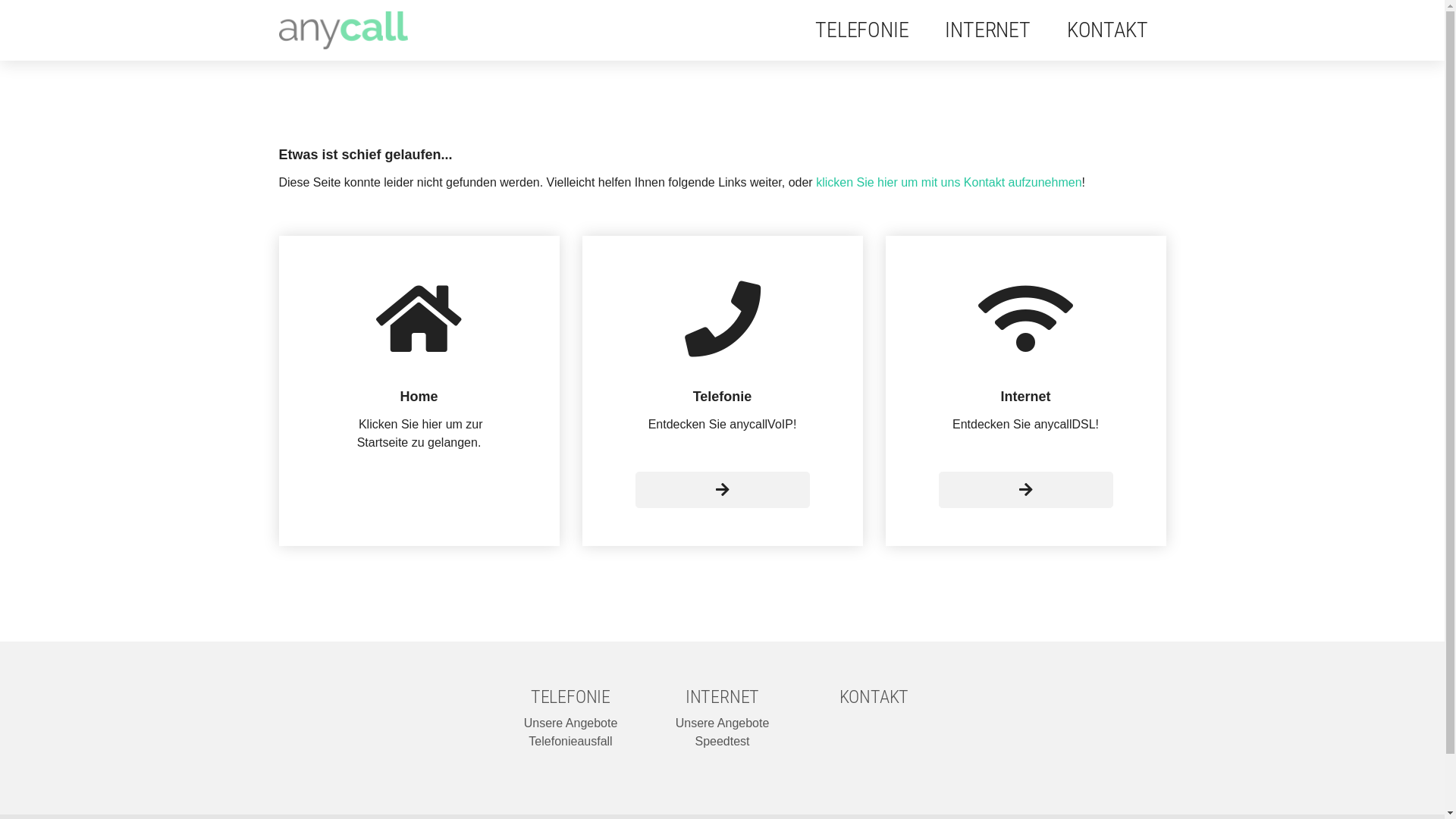  Describe the element at coordinates (570, 696) in the screenshot. I see `'TELEFONIE'` at that location.